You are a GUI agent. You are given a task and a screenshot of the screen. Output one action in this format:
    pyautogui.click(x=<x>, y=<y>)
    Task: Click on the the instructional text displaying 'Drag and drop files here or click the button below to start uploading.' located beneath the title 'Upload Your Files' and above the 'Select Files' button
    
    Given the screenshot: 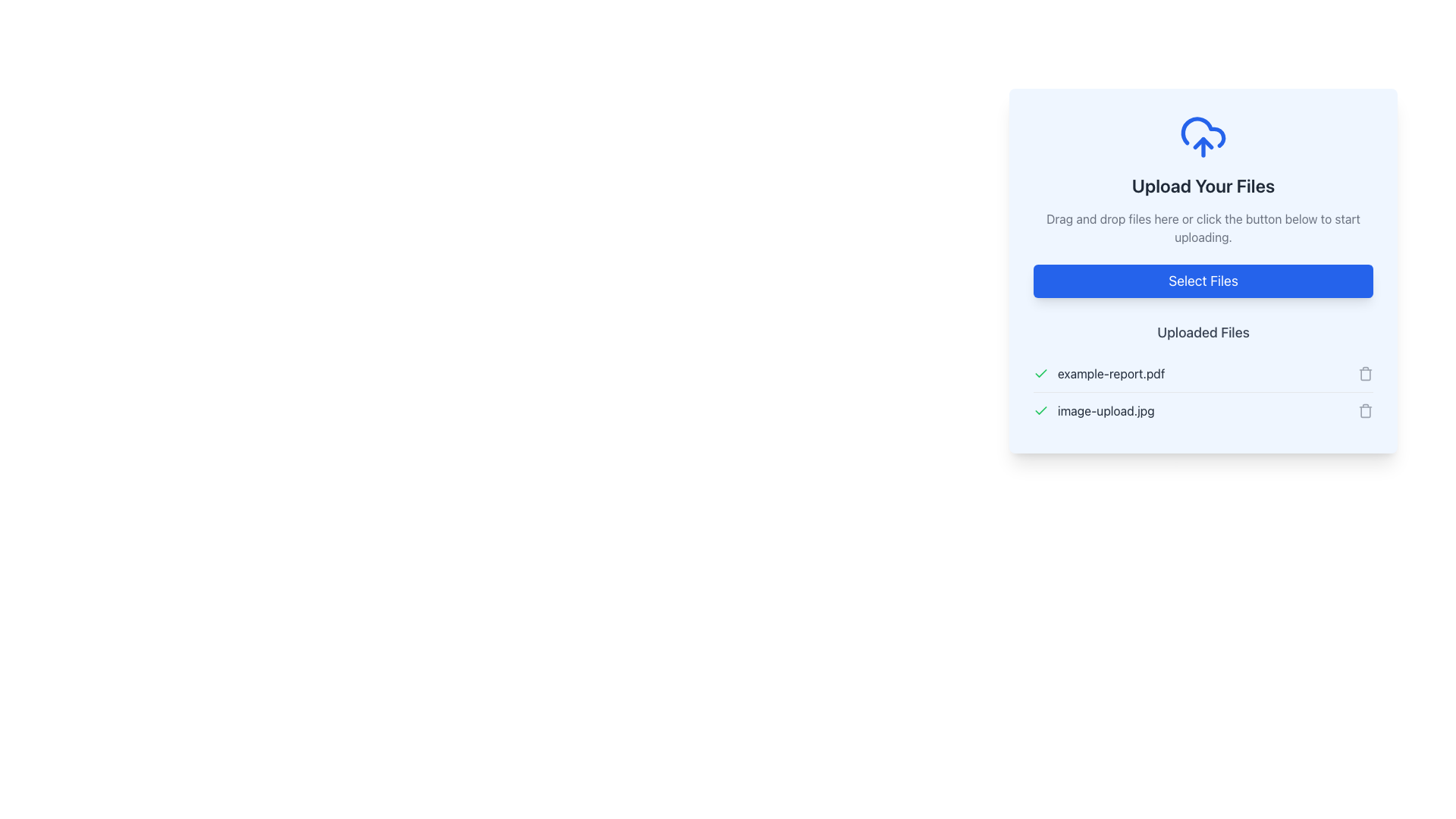 What is the action you would take?
    pyautogui.click(x=1203, y=227)
    